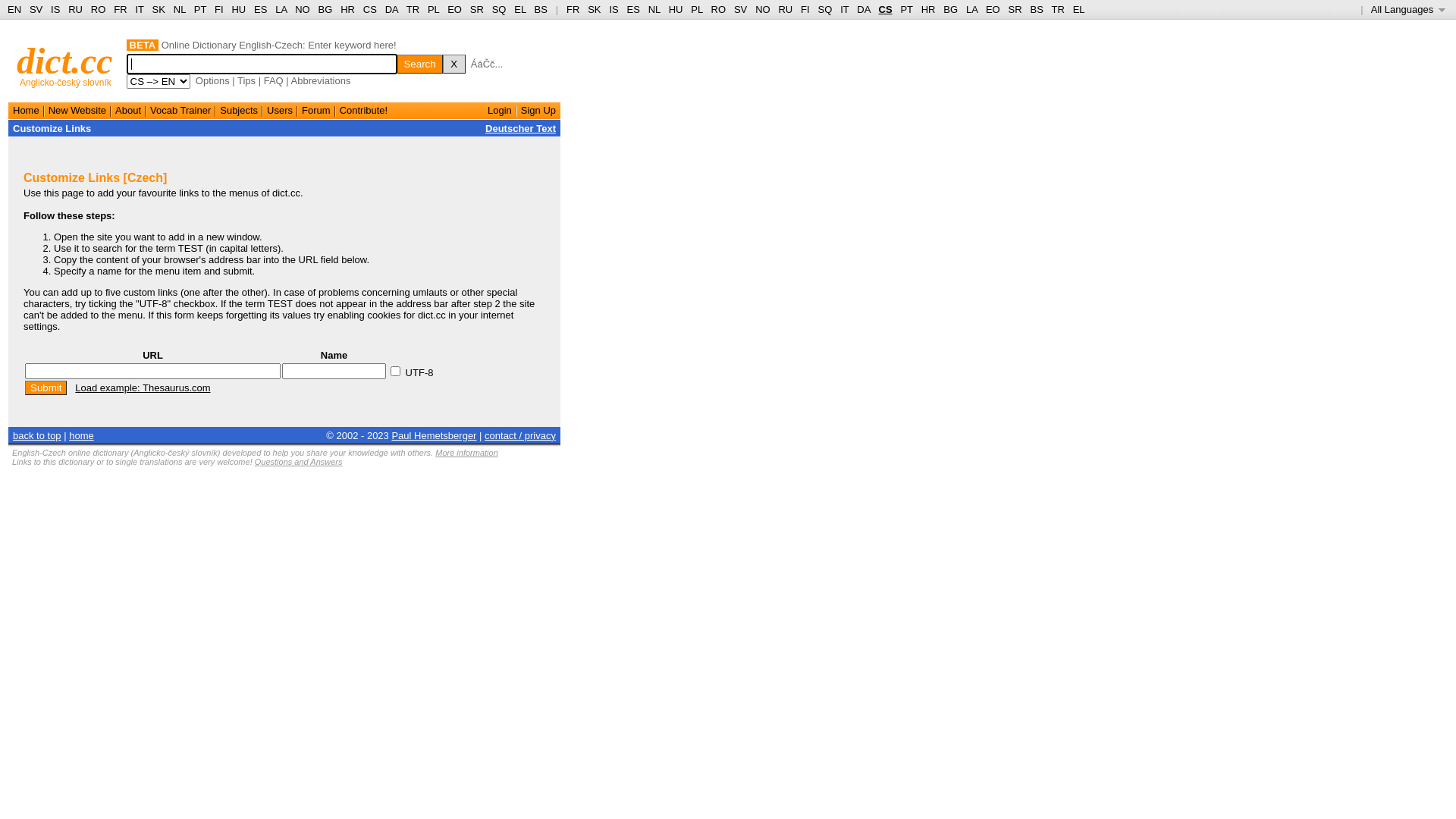 The width and height of the screenshot is (1456, 819). What do you see at coordinates (212, 80) in the screenshot?
I see `'Options'` at bounding box center [212, 80].